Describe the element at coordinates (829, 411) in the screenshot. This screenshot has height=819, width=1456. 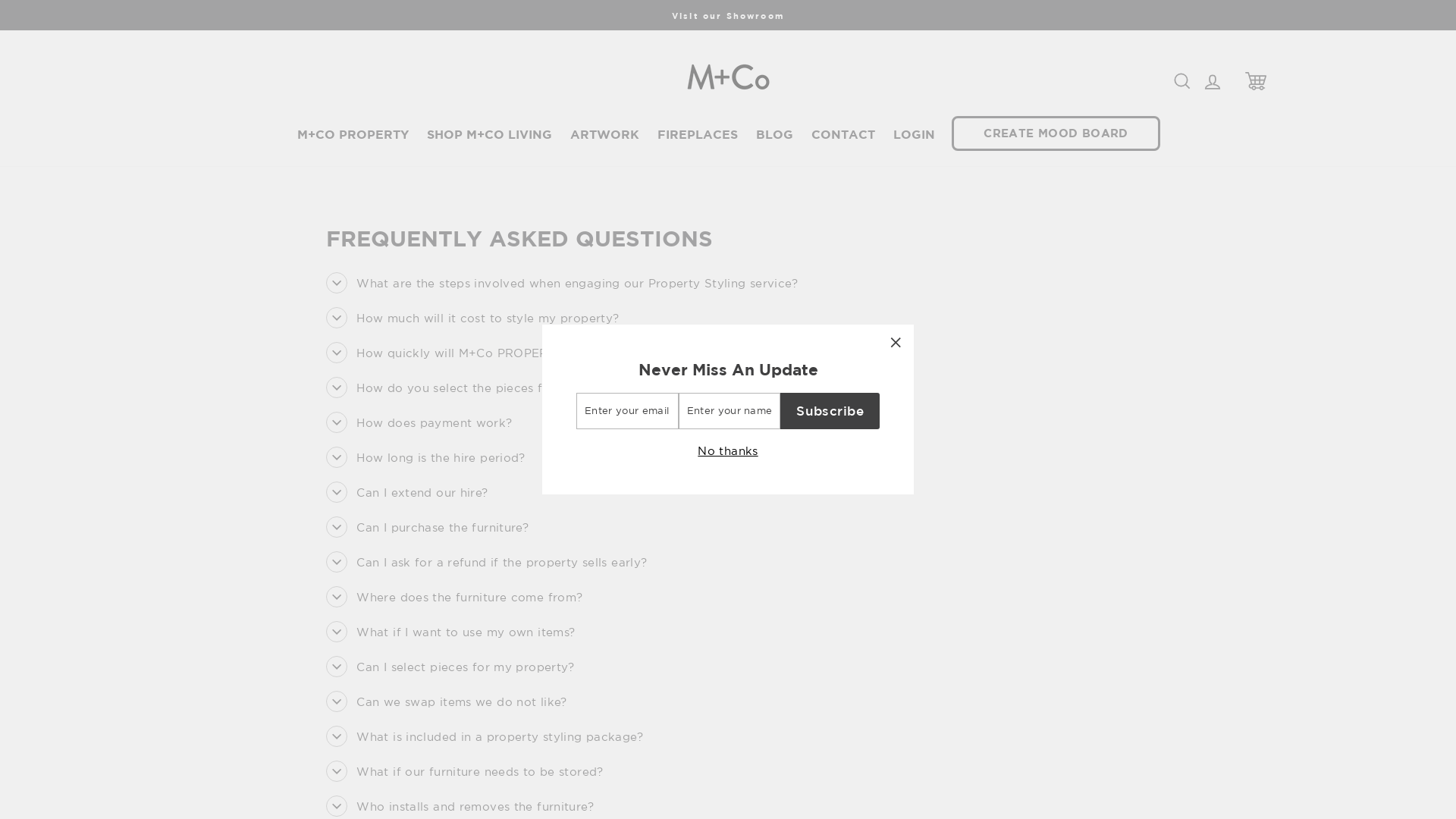
I see `'Subscribe'` at that location.